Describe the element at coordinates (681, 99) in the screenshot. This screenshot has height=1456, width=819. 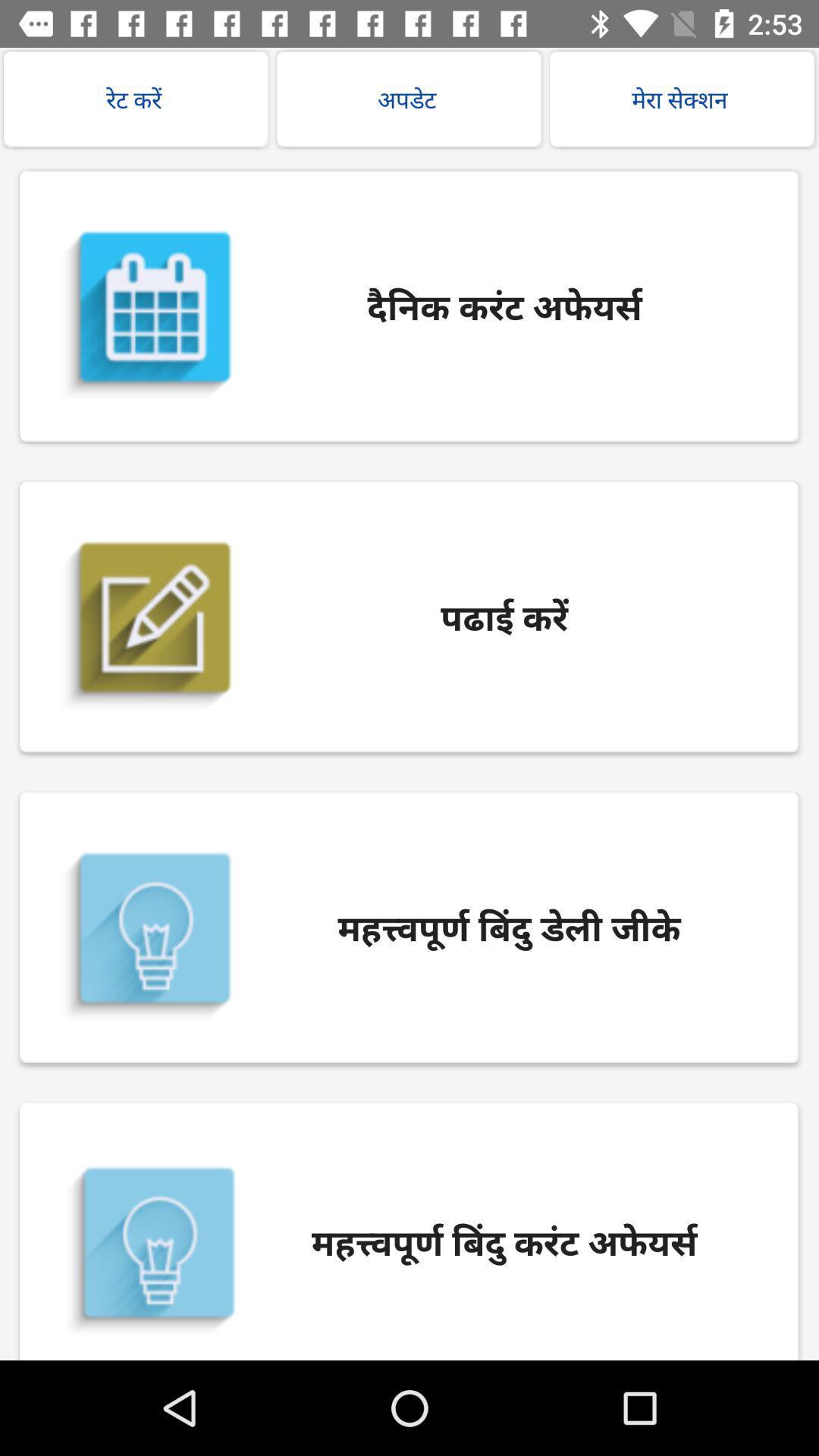
I see `the item at the top right corner` at that location.